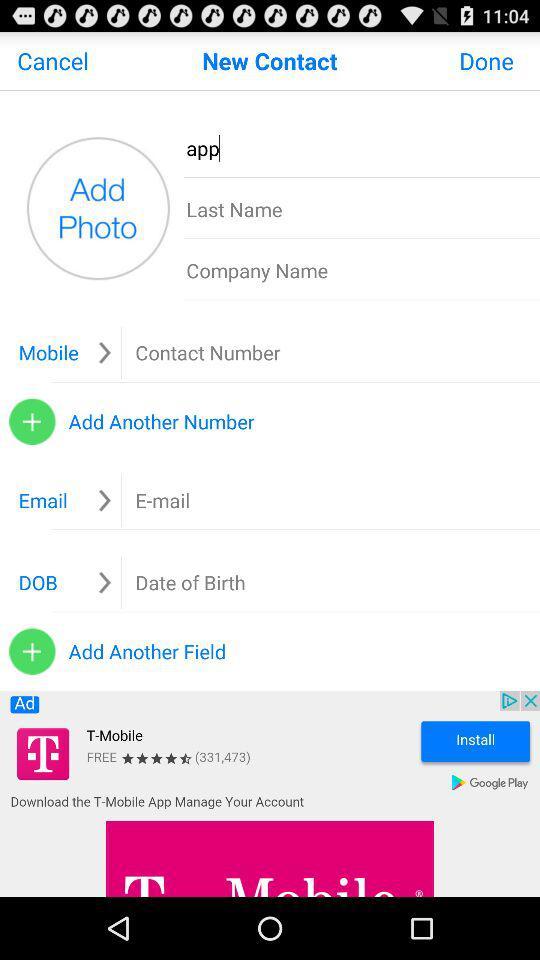  What do you see at coordinates (97, 208) in the screenshot?
I see `this button allows you to add picture` at bounding box center [97, 208].